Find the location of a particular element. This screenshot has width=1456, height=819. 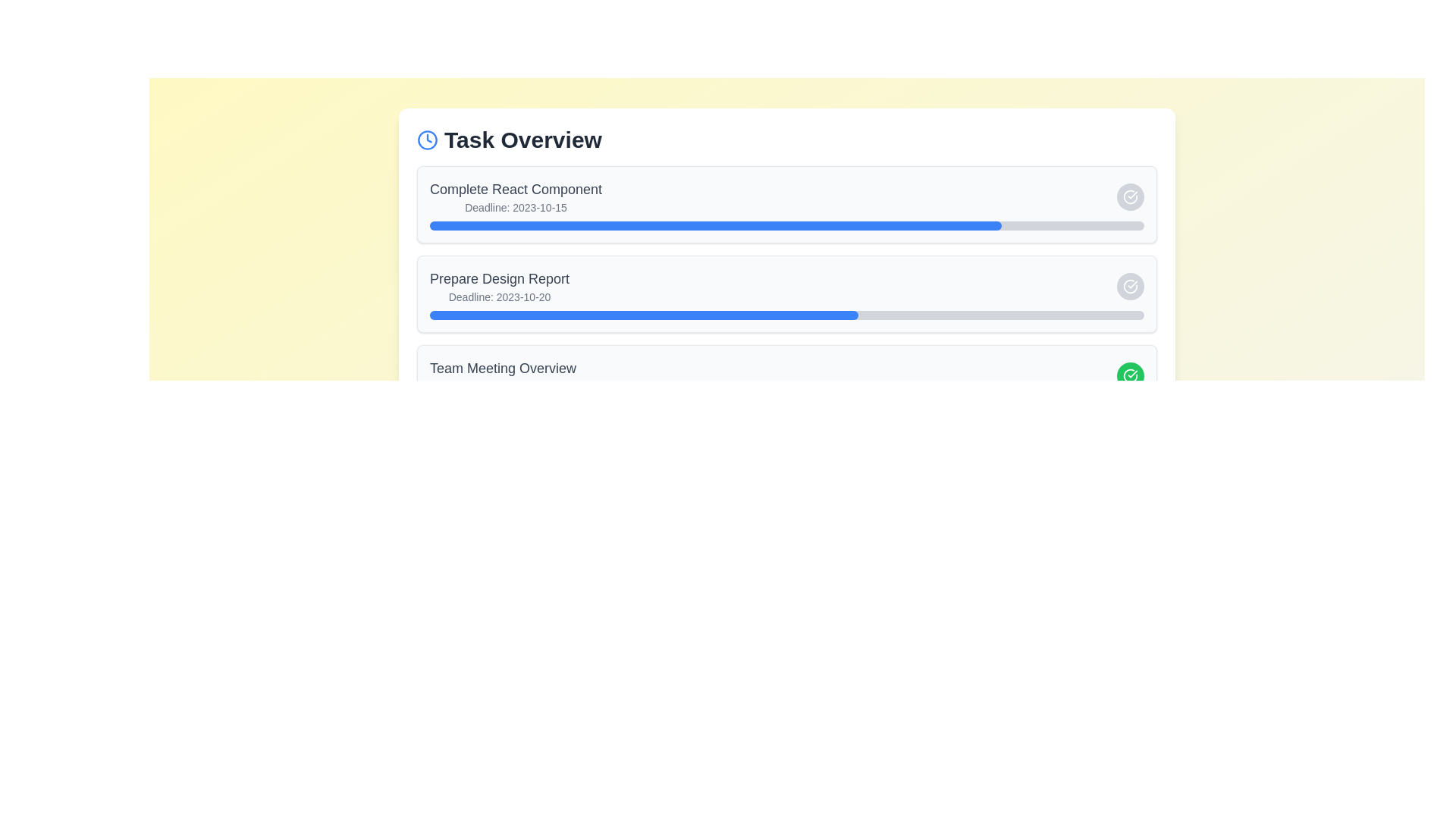

the confirmation SVG icon located inside the rounded button to the right of the 'Prepare Design Report' task item is located at coordinates (1131, 287).